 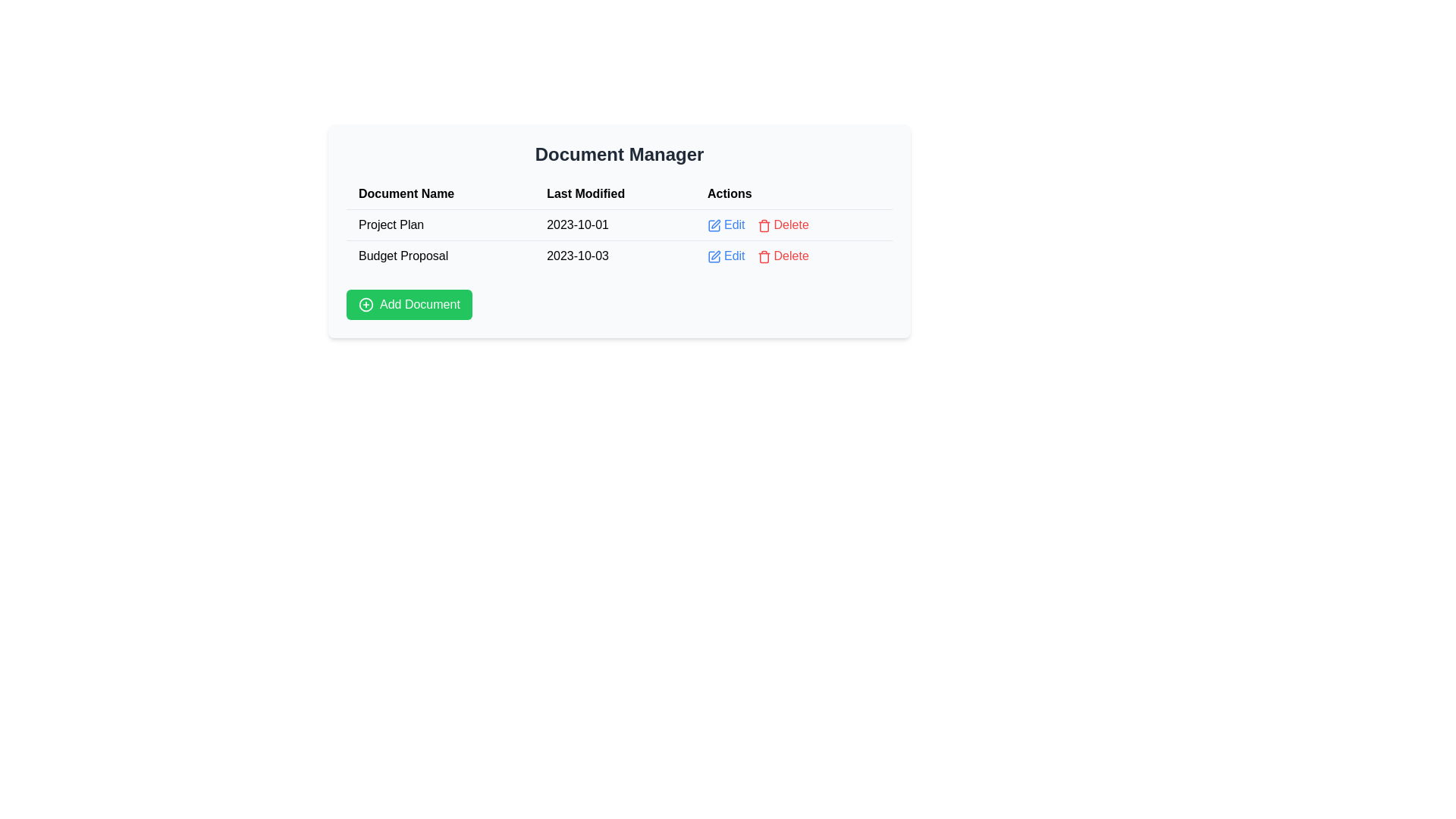 What do you see at coordinates (725, 256) in the screenshot?
I see `the Link button located in the 'Actions' column of the table` at bounding box center [725, 256].